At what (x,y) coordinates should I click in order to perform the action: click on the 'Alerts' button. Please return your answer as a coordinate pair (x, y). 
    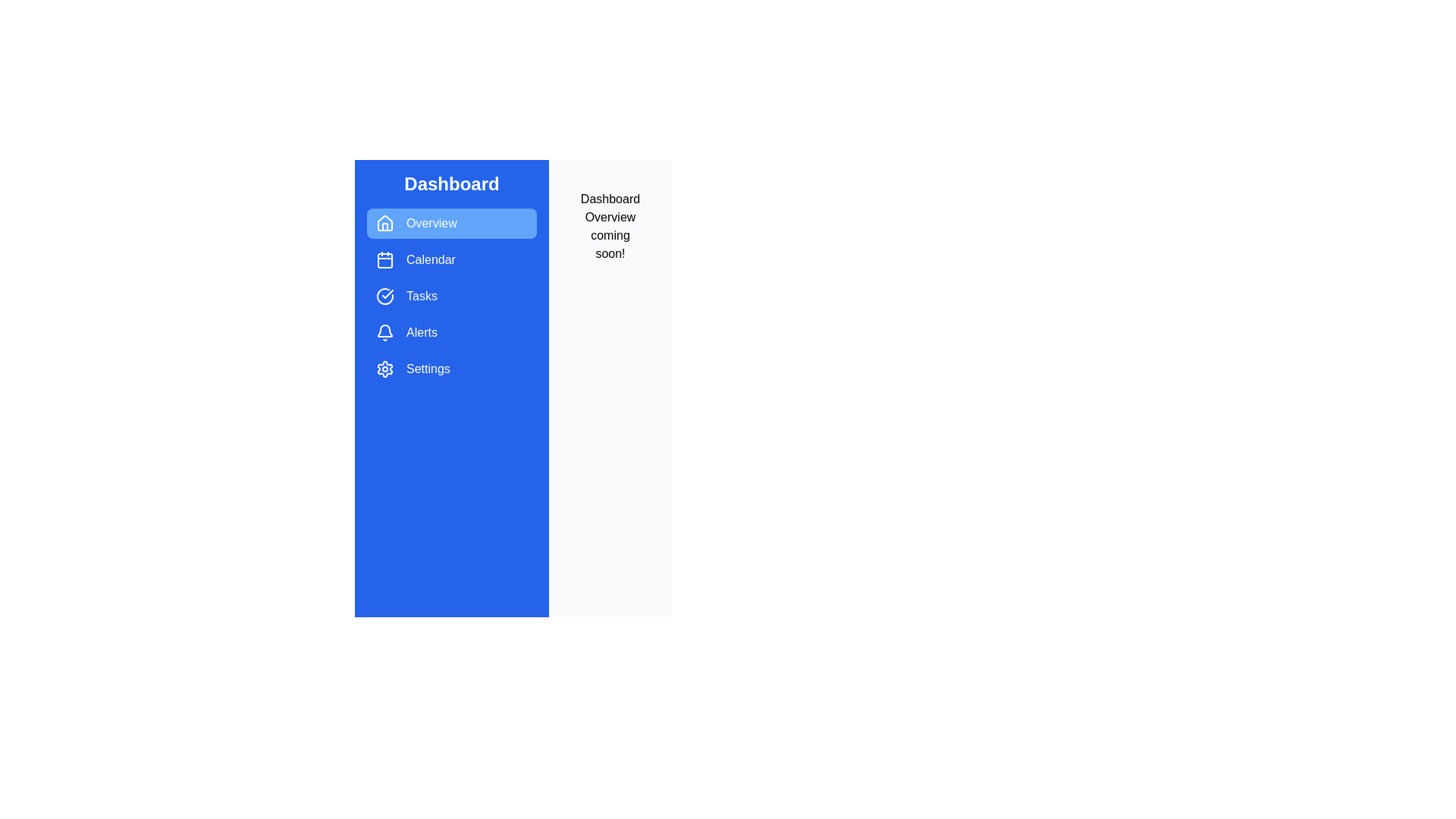
    Looking at the image, I should click on (450, 332).